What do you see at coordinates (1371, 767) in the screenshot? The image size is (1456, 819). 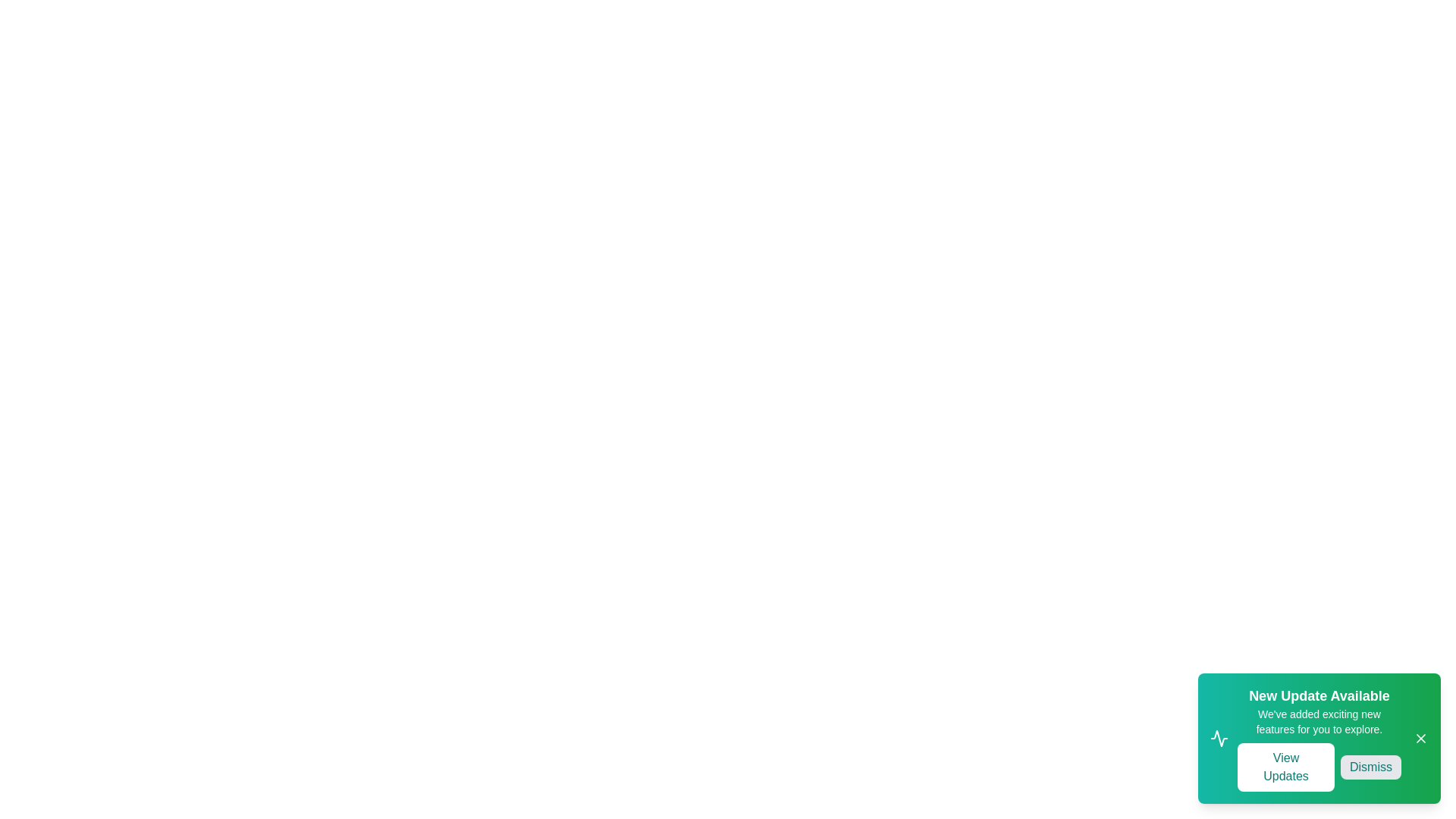 I see `the 'Dismiss' button to close the snackbar` at bounding box center [1371, 767].